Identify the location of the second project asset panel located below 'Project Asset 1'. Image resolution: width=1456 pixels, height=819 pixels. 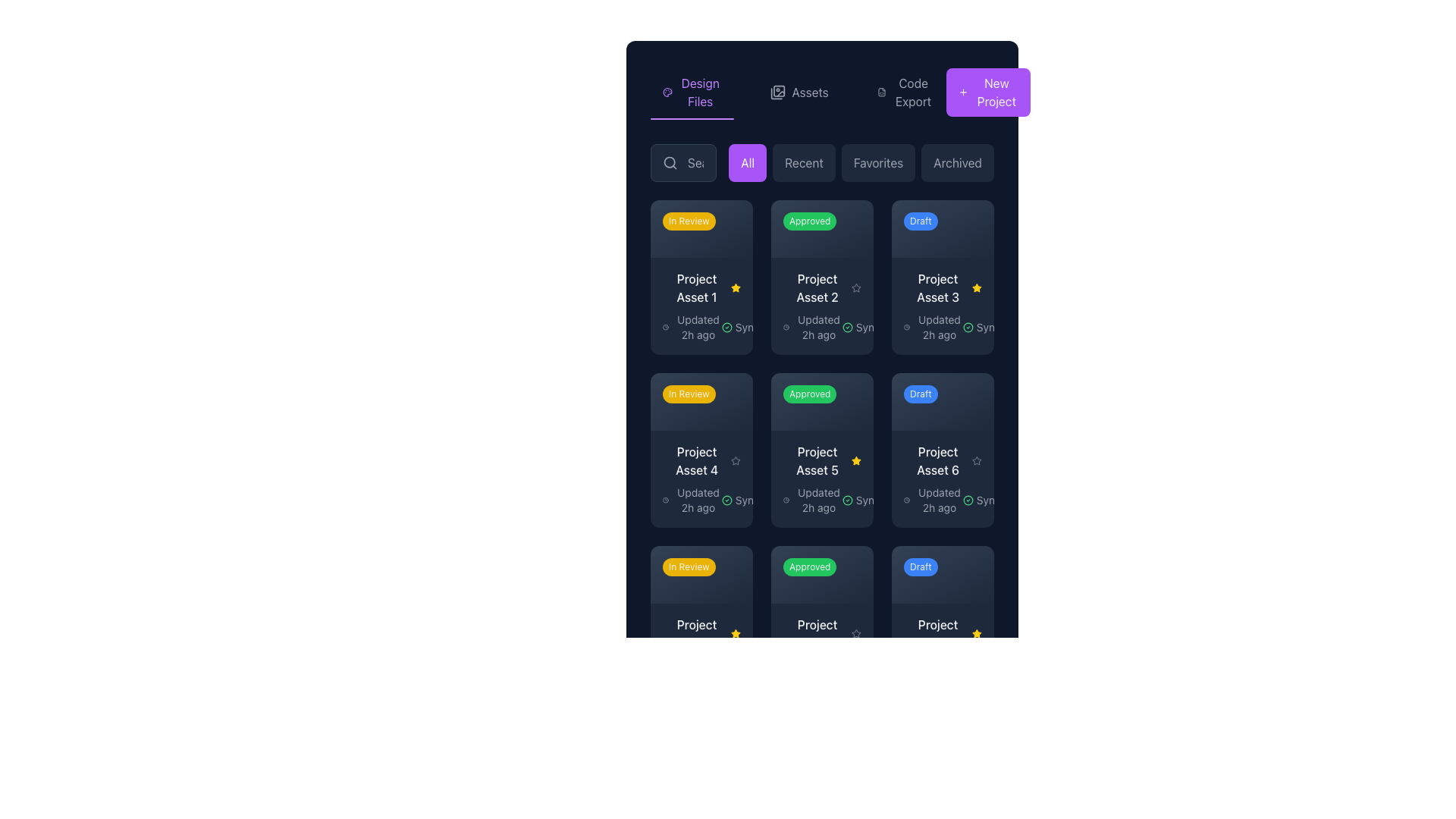
(701, 479).